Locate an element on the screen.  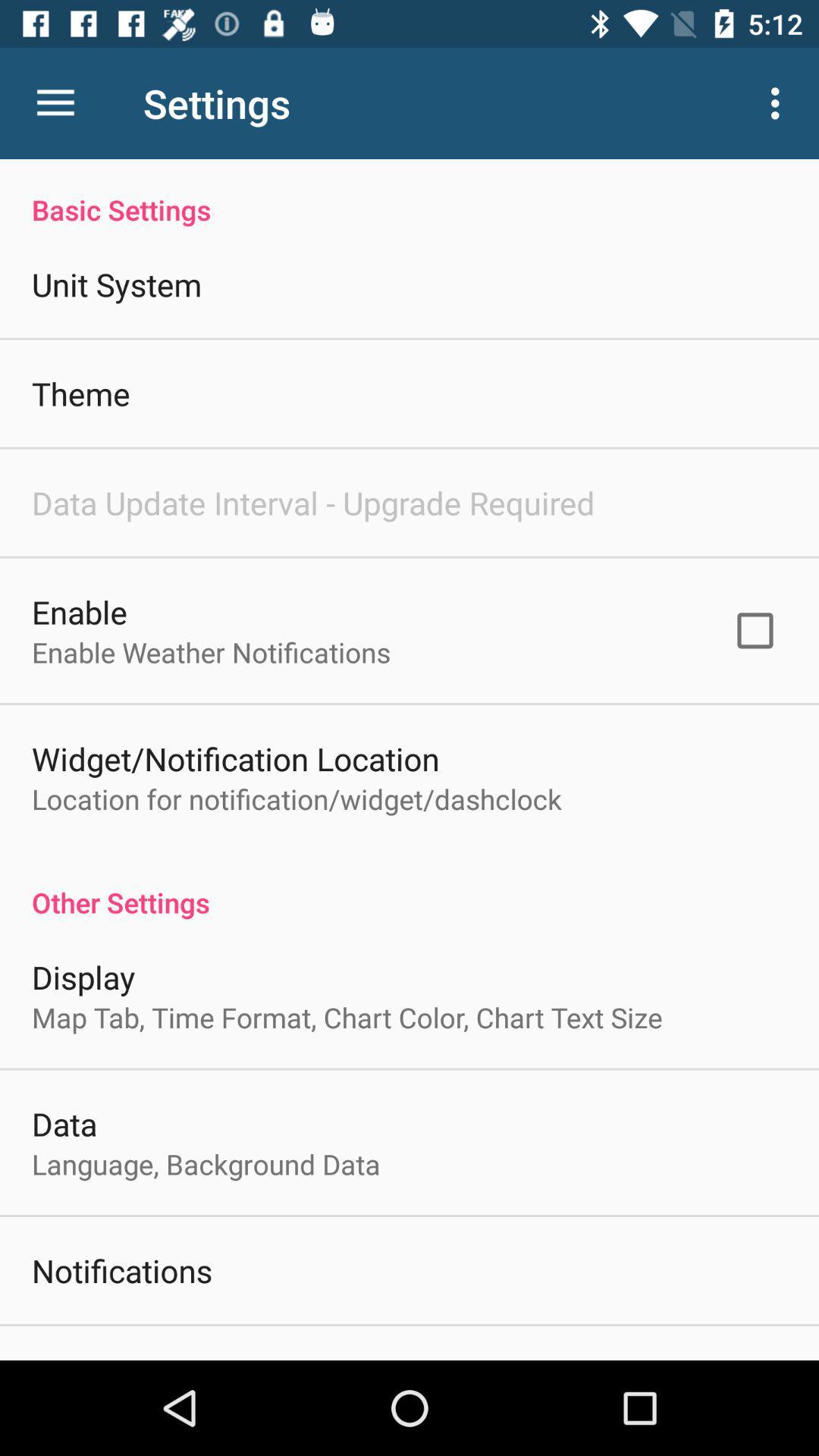
display item is located at coordinates (83, 977).